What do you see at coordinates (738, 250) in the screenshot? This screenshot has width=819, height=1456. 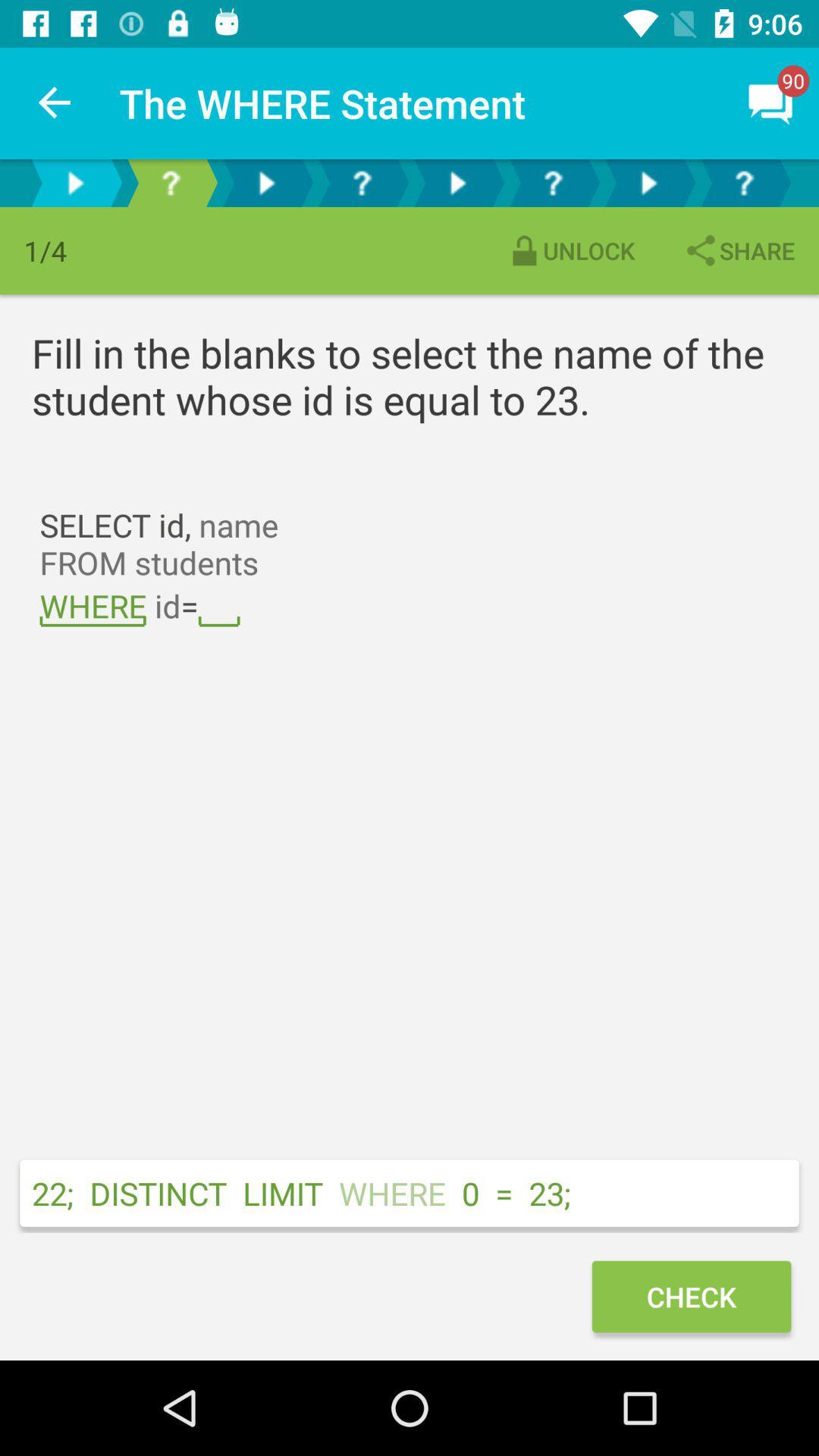 I see `share` at bounding box center [738, 250].